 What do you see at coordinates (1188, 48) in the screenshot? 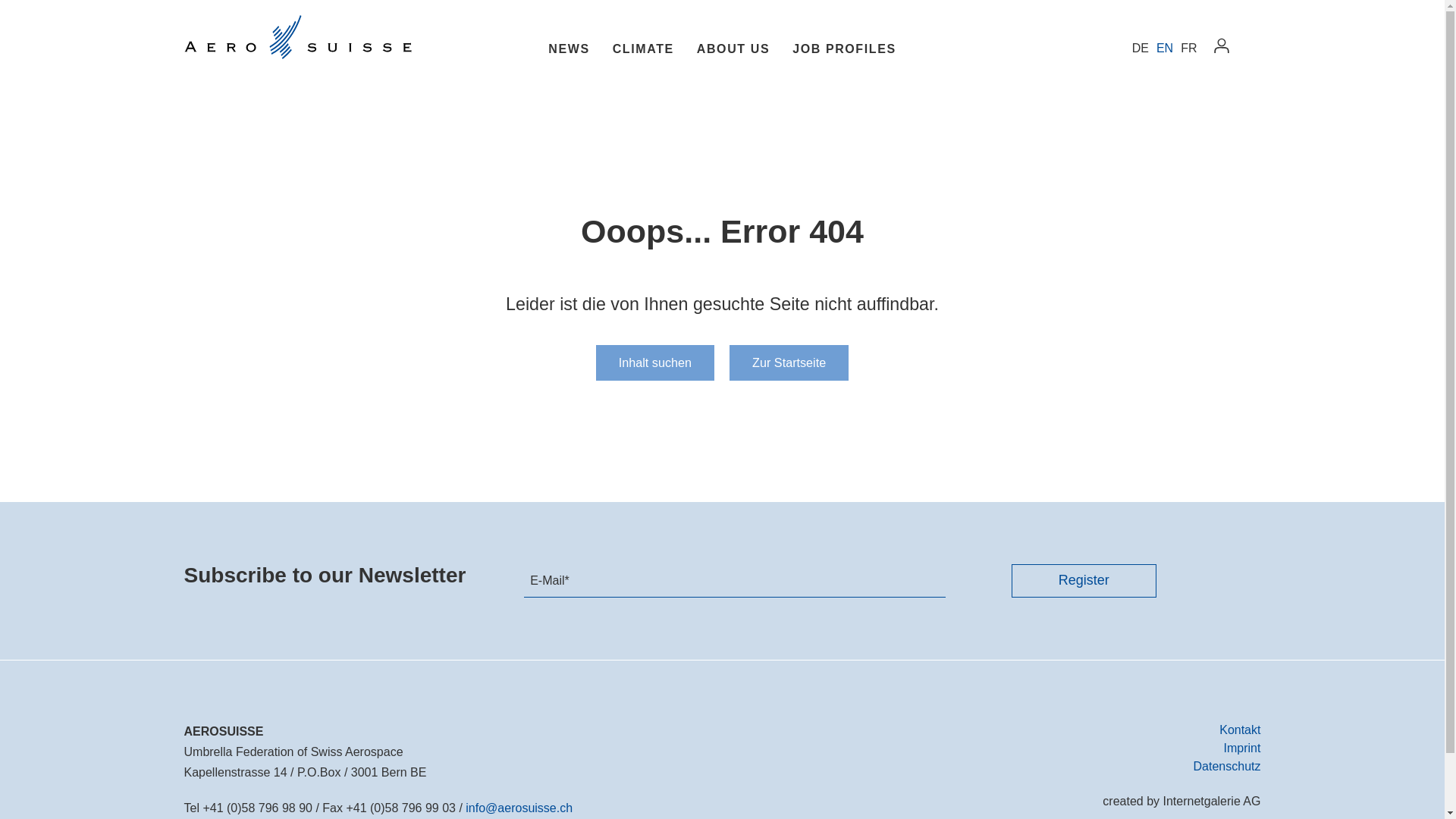
I see `'FR'` at bounding box center [1188, 48].